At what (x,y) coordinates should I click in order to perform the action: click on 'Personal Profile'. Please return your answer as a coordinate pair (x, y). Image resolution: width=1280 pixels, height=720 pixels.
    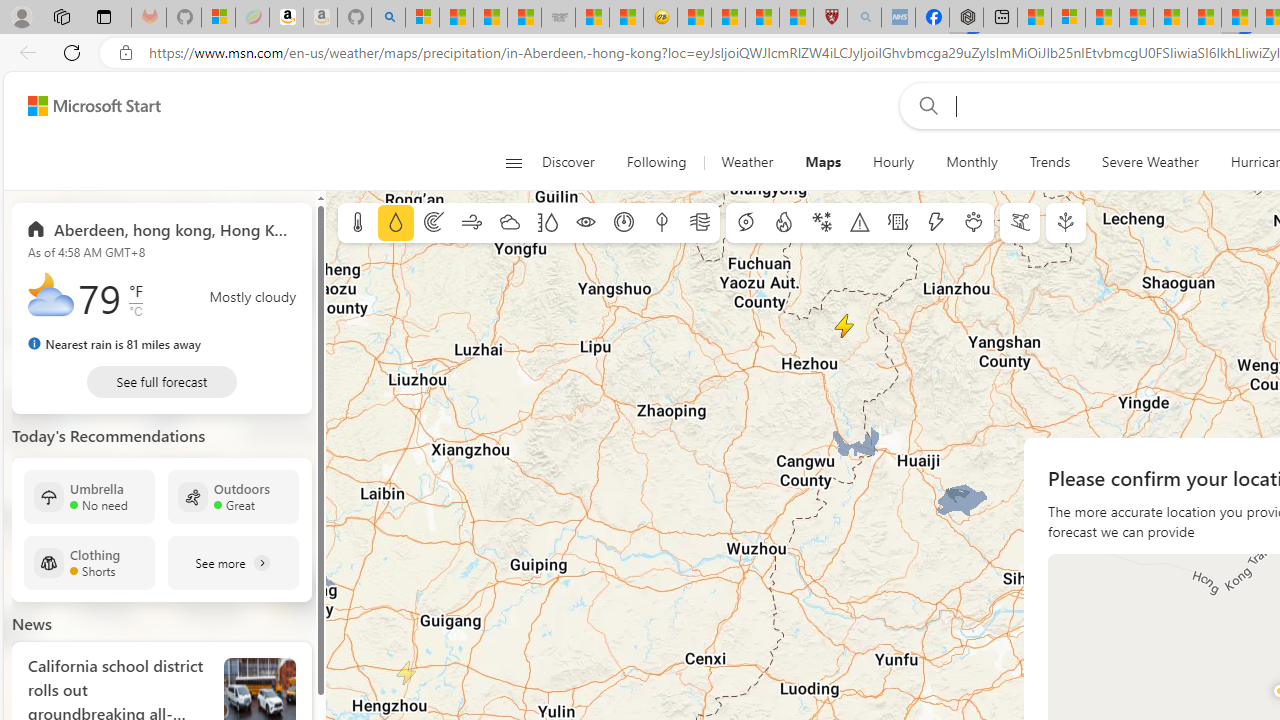
    Looking at the image, I should click on (21, 16).